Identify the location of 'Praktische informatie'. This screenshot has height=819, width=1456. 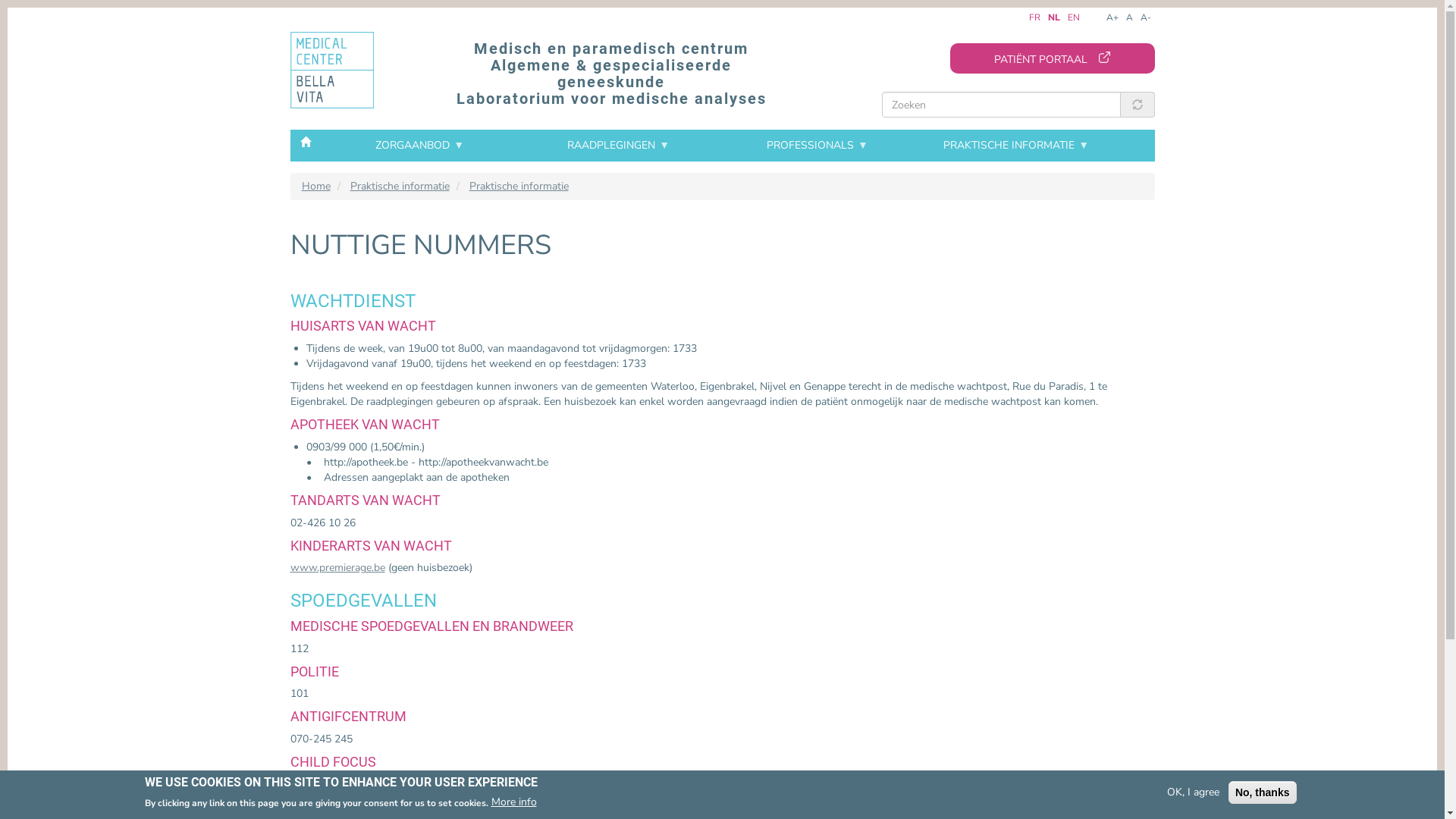
(518, 185).